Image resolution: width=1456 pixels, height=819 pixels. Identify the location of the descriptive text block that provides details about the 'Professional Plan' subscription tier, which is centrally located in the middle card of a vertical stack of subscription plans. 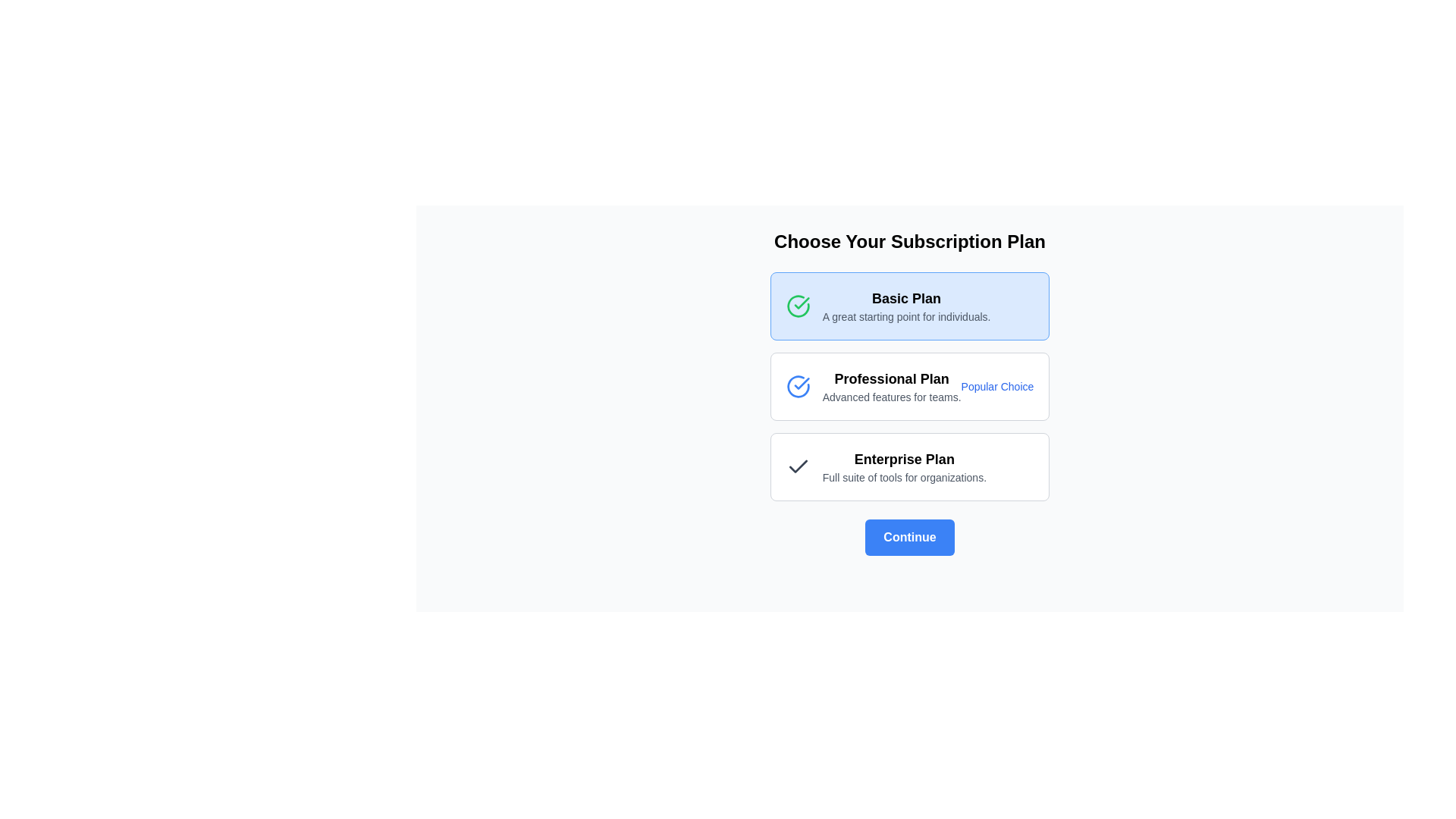
(874, 385).